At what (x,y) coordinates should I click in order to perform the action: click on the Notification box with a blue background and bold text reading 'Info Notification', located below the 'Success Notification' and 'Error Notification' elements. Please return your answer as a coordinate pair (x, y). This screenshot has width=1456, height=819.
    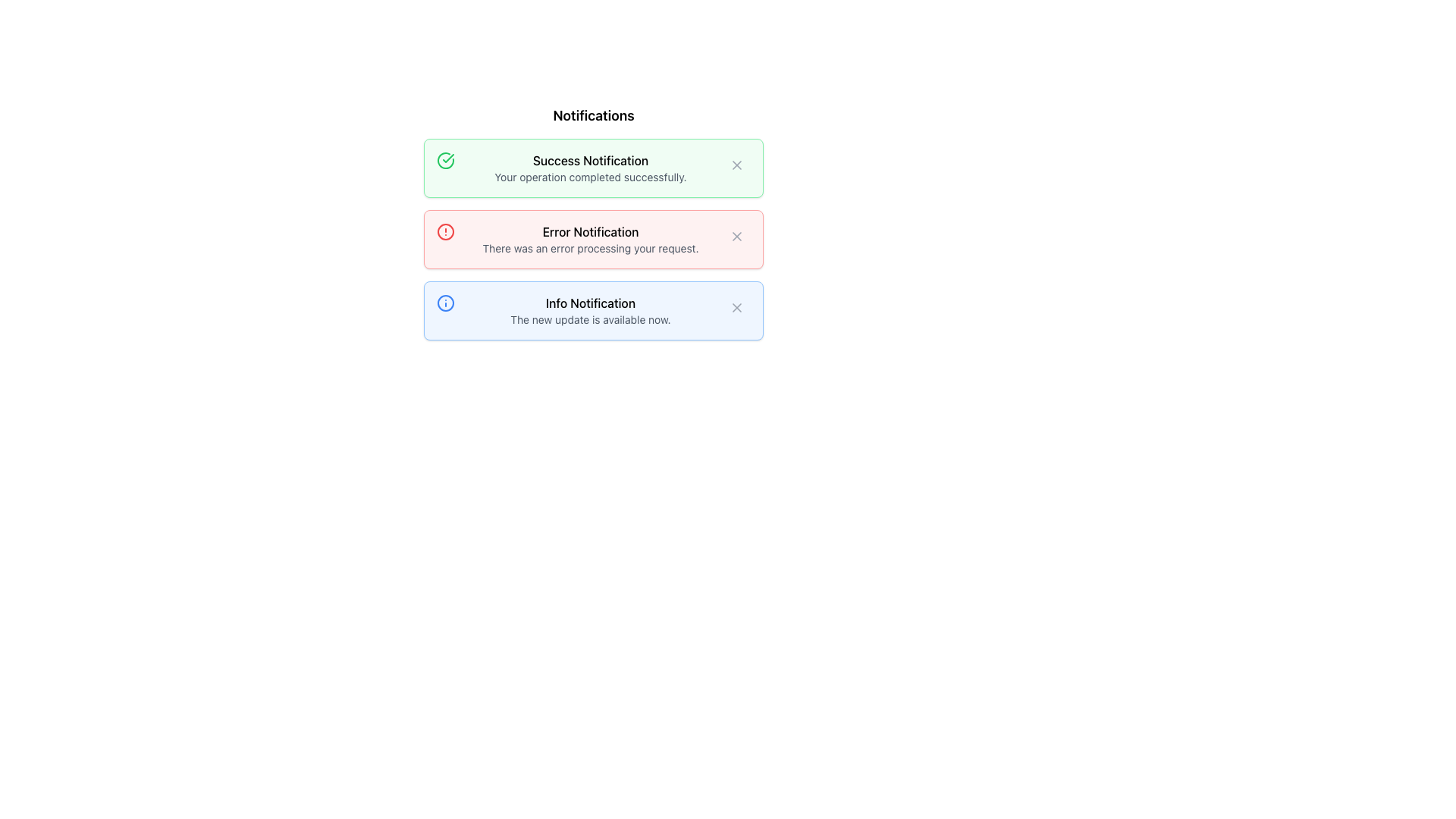
    Looking at the image, I should click on (592, 309).